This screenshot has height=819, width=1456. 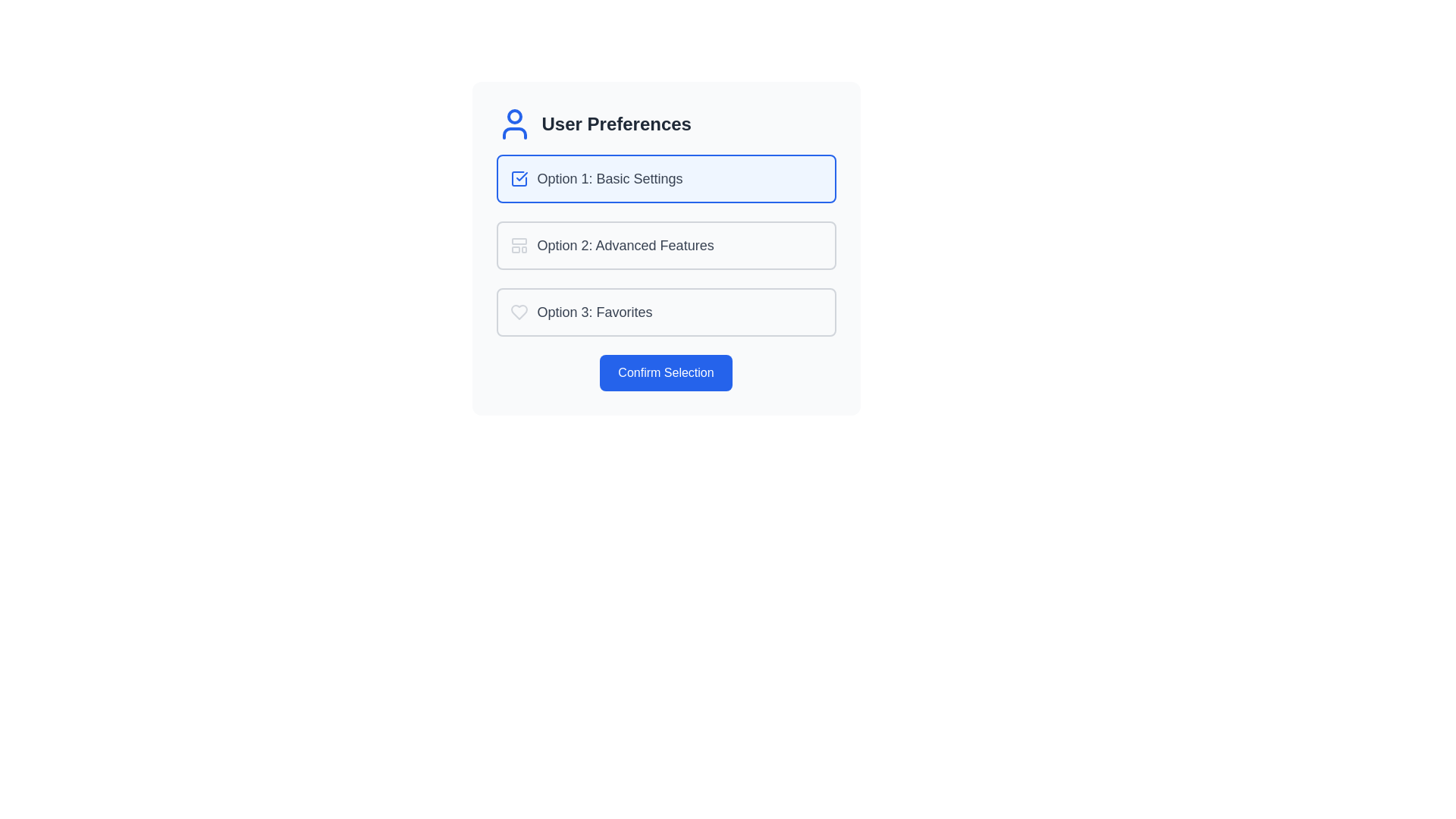 What do you see at coordinates (666, 373) in the screenshot?
I see `the confirmation button located centrally at the bottom of the 'User Preferences' section` at bounding box center [666, 373].